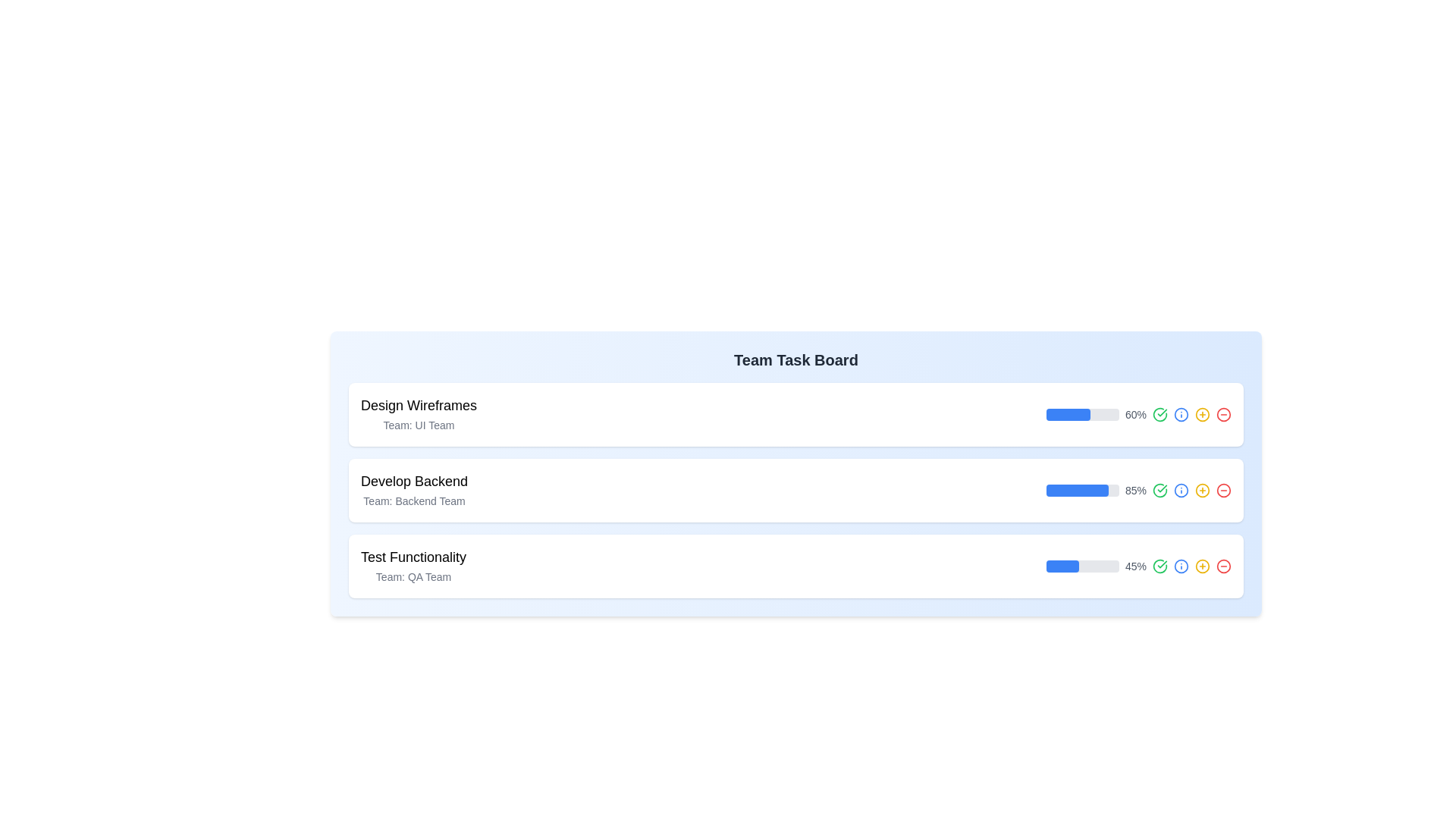  What do you see at coordinates (414, 482) in the screenshot?
I see `the Text Label that serves as the title of a task in the second row of the vertically stacked list` at bounding box center [414, 482].